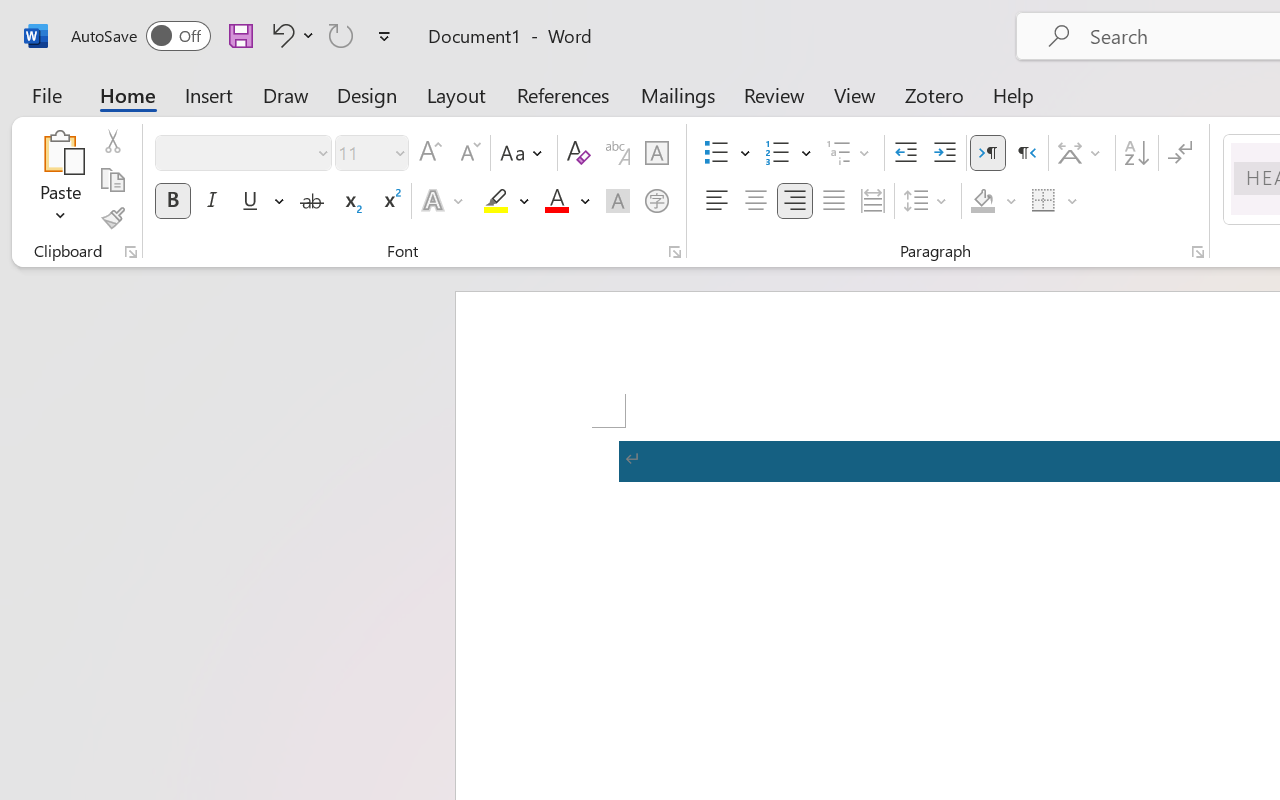  I want to click on 'Undo', so click(279, 34).